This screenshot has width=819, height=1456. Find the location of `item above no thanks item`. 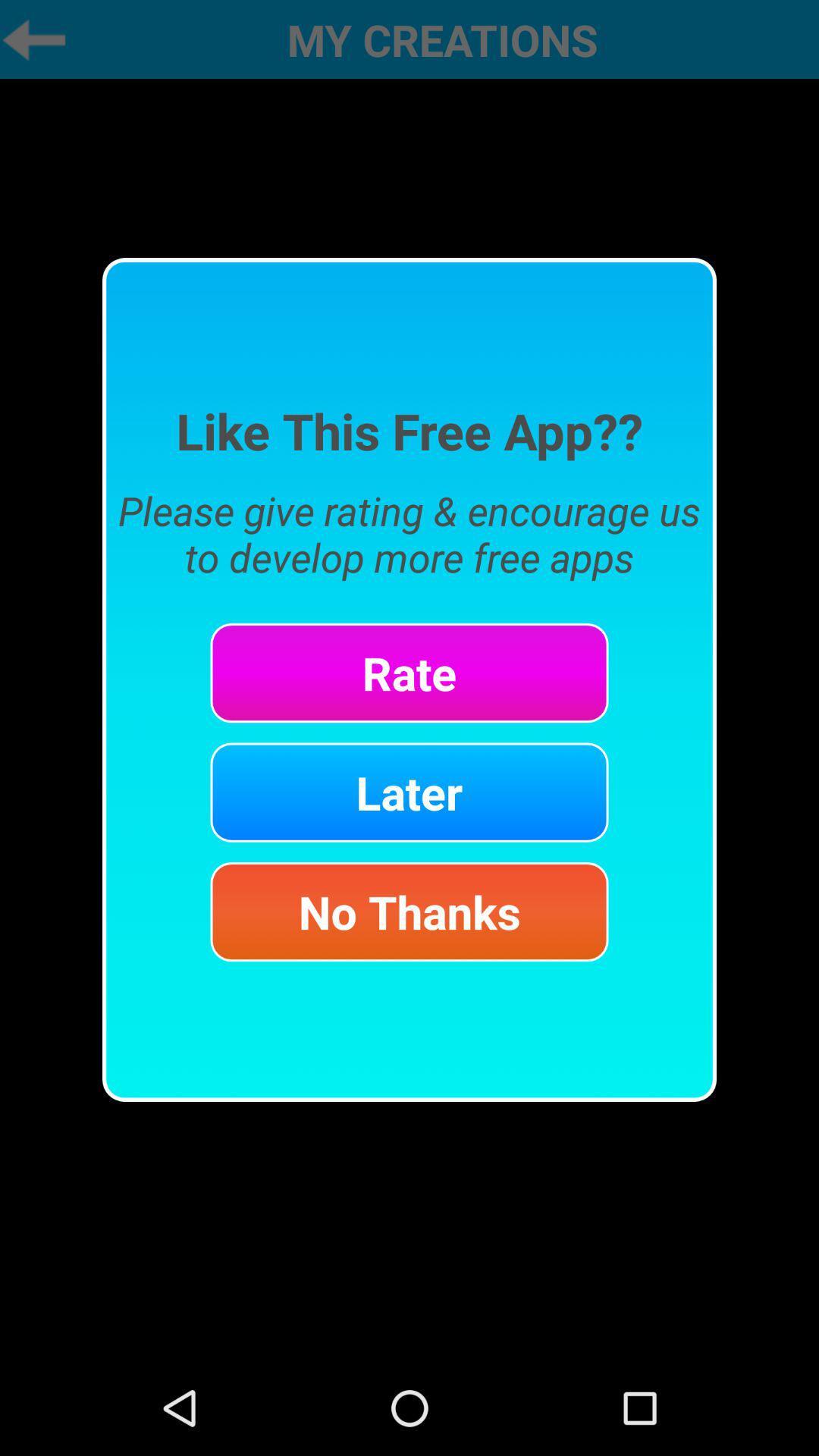

item above no thanks item is located at coordinates (409, 792).